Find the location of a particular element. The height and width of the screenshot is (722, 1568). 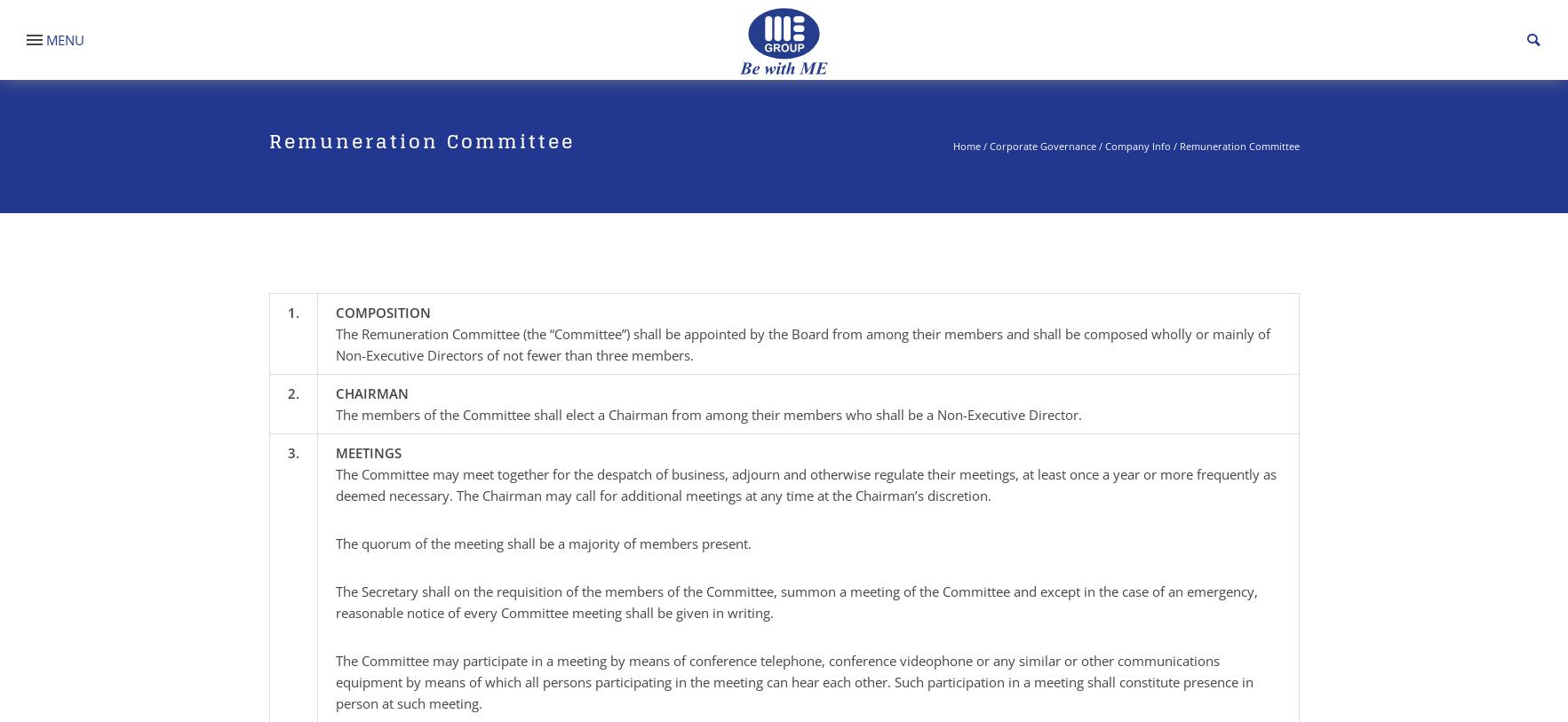

'CHAIRMAN' is located at coordinates (370, 393).